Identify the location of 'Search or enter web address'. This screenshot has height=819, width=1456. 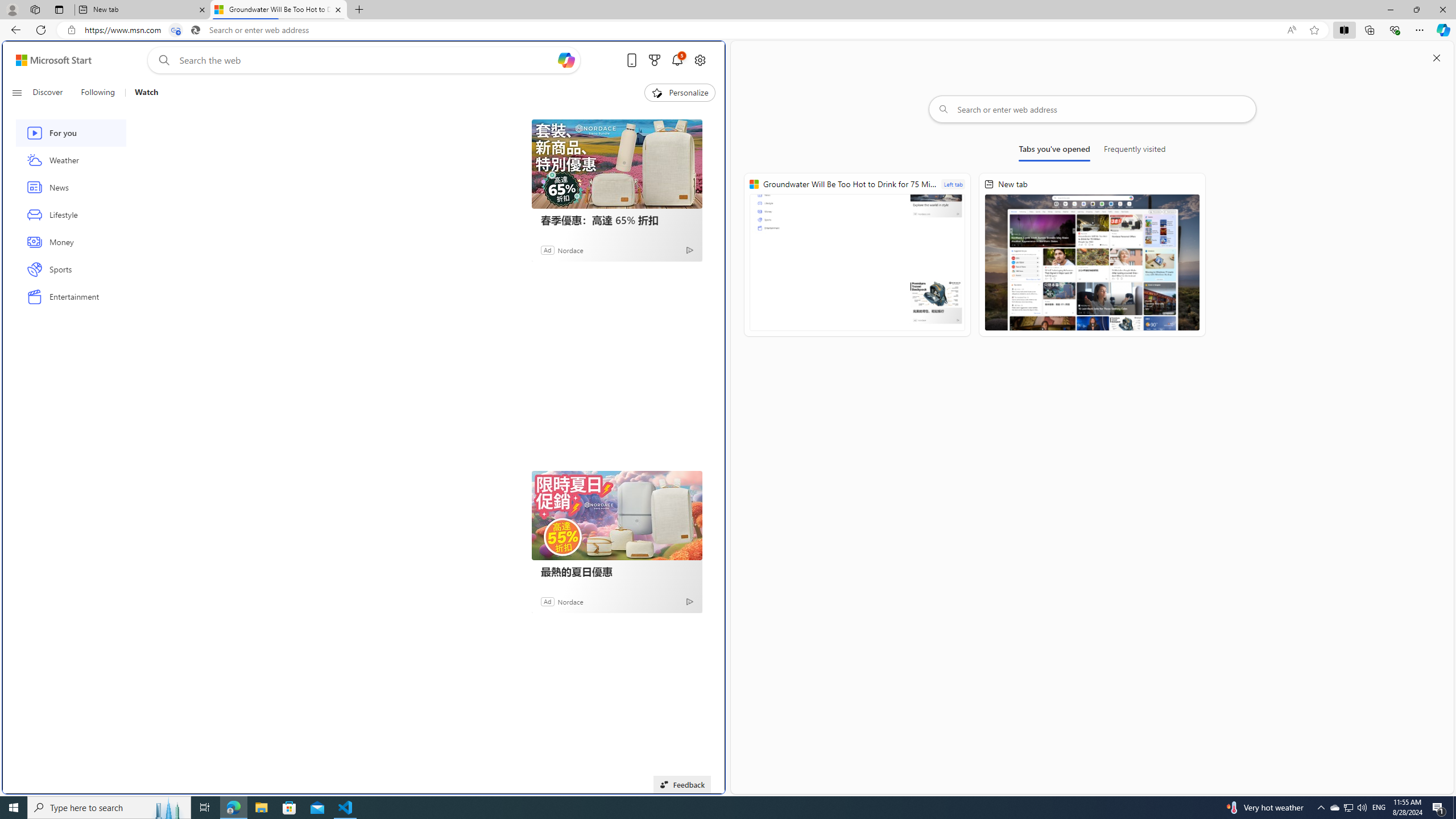
(1092, 109).